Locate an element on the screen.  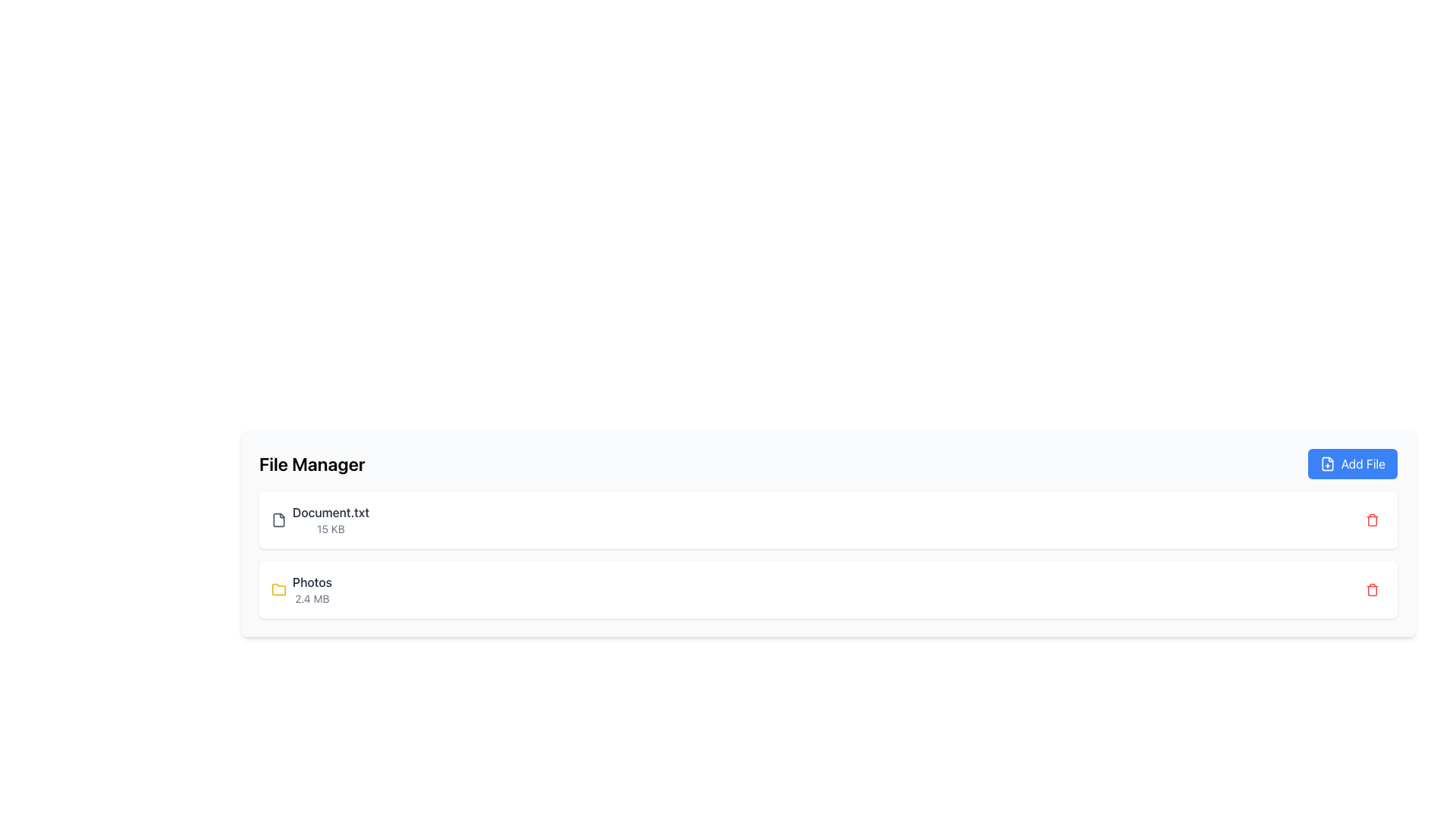
the delete button located at the far right of the row for the Photos folder, adjacent to the folder size text is located at coordinates (1372, 589).